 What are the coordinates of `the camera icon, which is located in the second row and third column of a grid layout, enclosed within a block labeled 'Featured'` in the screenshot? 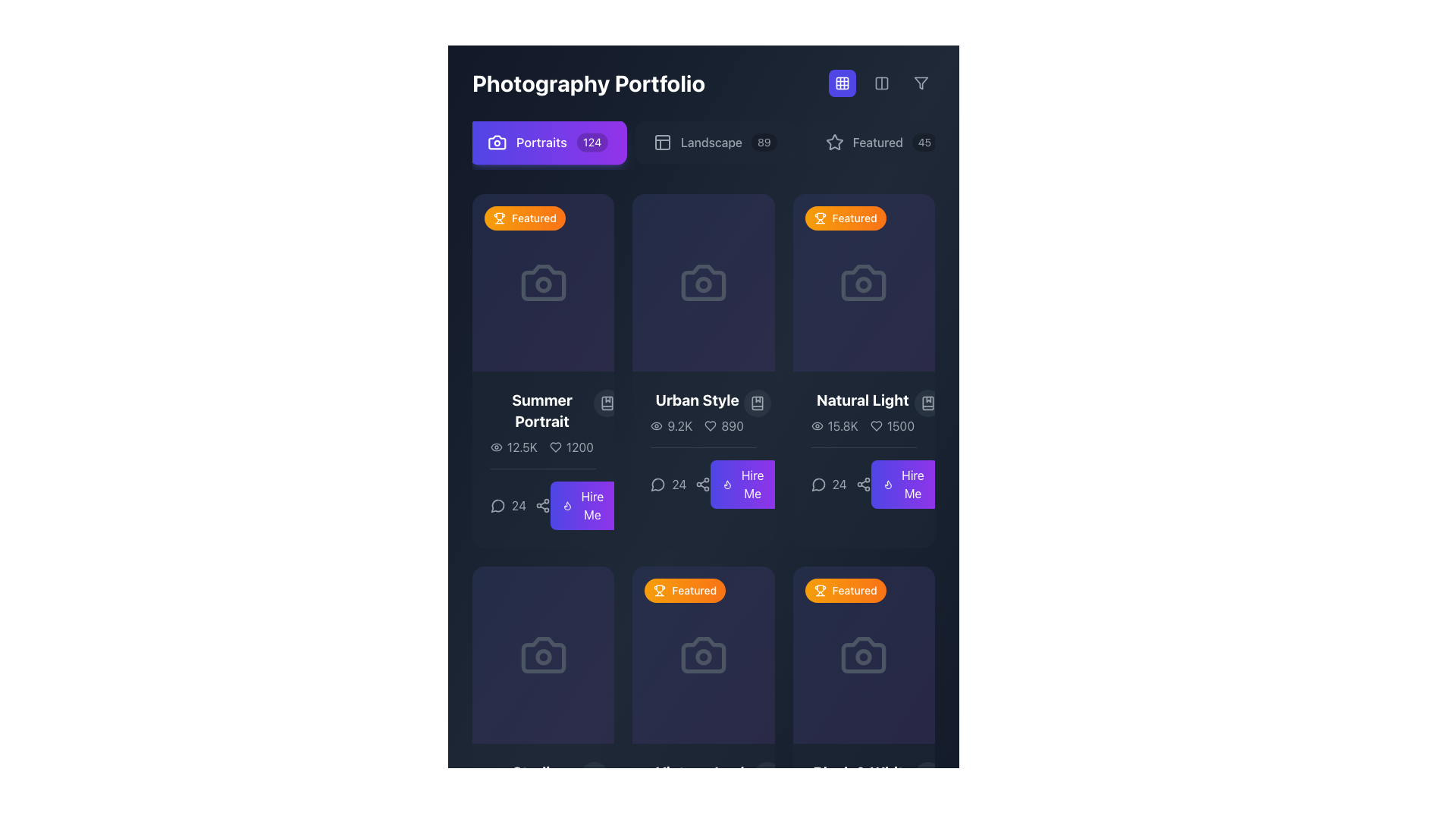 It's located at (864, 654).